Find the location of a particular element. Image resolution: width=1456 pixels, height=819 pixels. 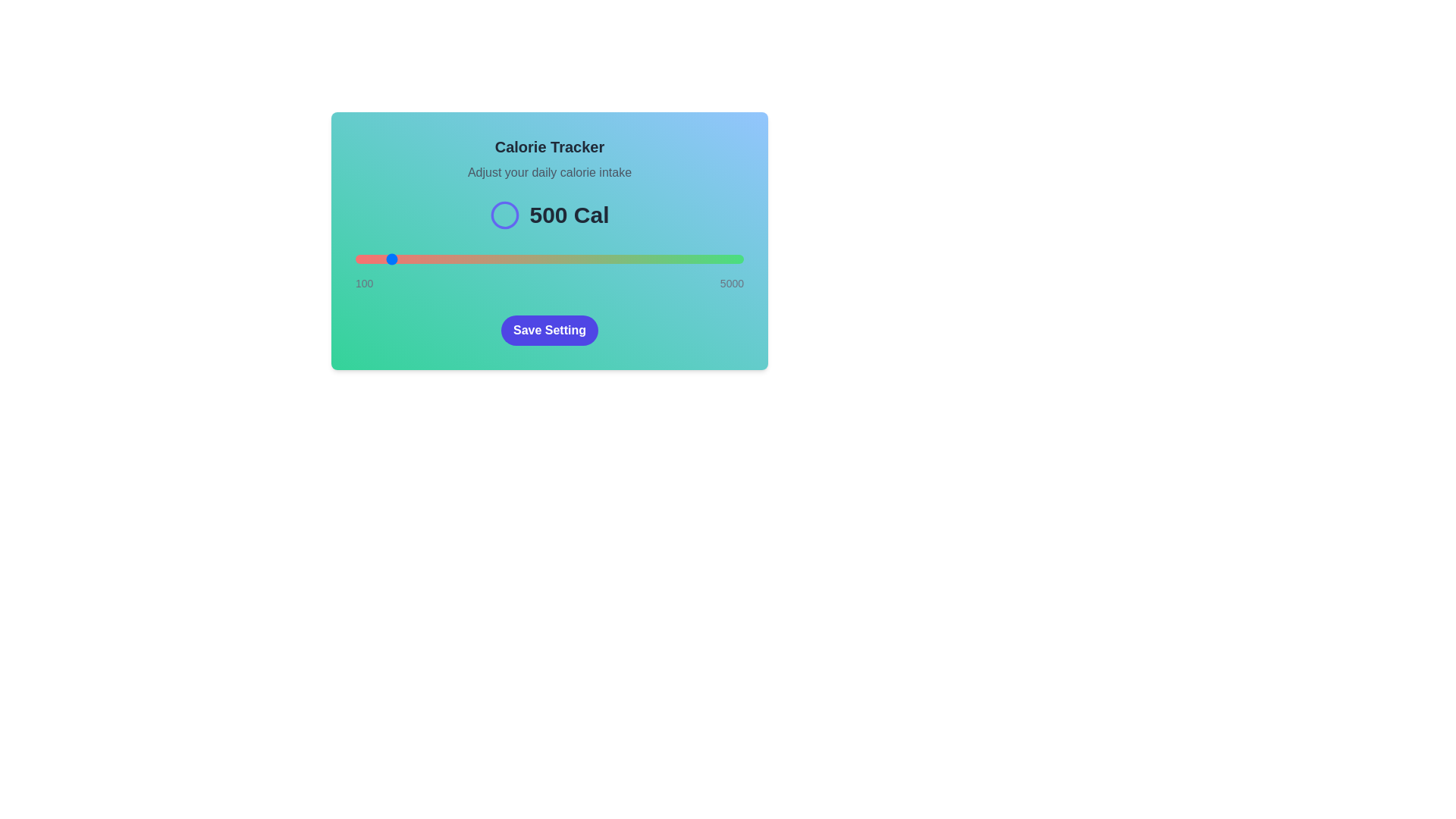

the slider to 3003 calories to observe the color gradient is located at coordinates (585, 259).